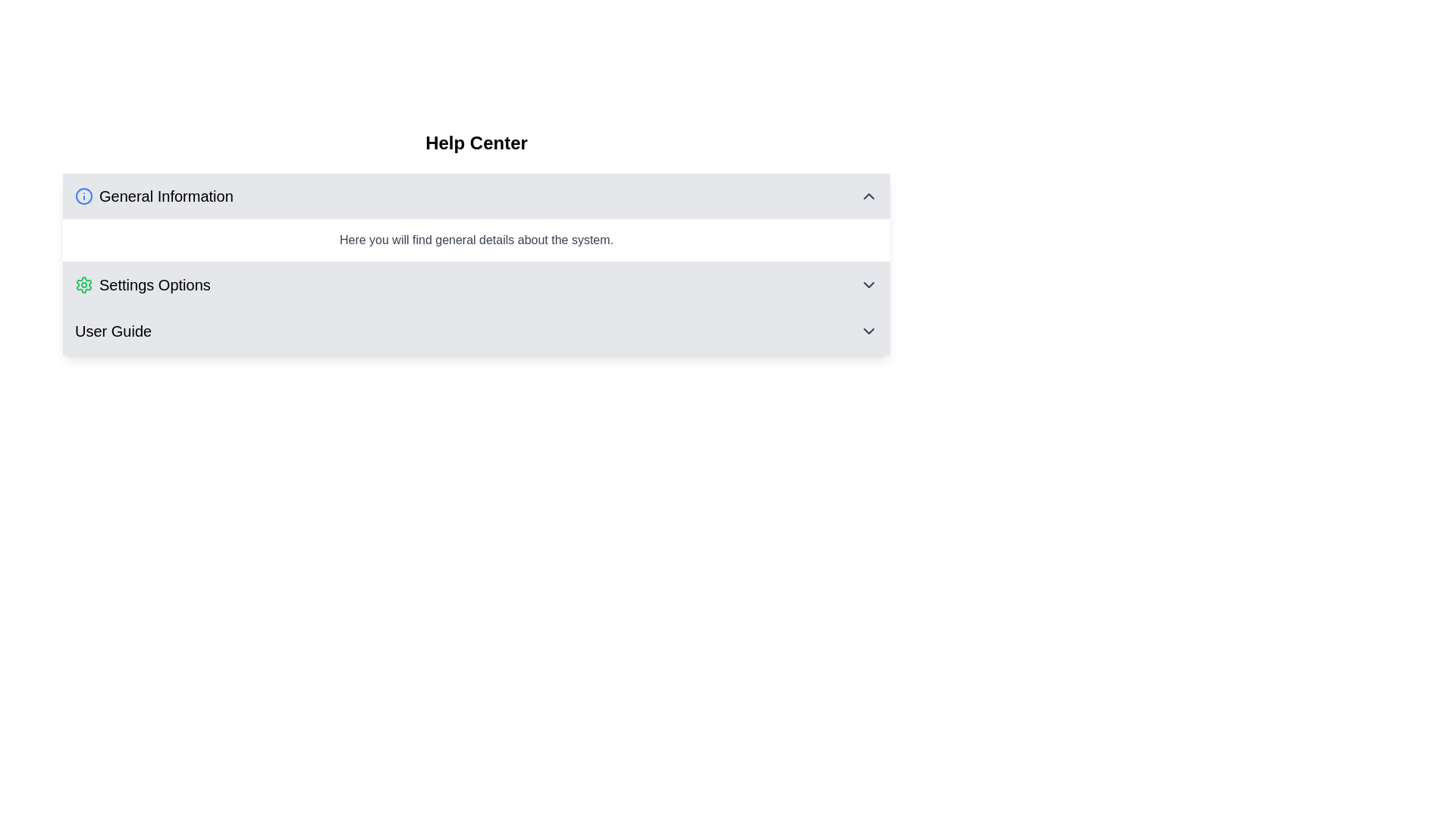 This screenshot has width=1456, height=819. I want to click on text label displaying 'Here you will find general details about the system.' located in the gray panel under the 'General Information' section of the 'Help Center' interface, so click(475, 239).